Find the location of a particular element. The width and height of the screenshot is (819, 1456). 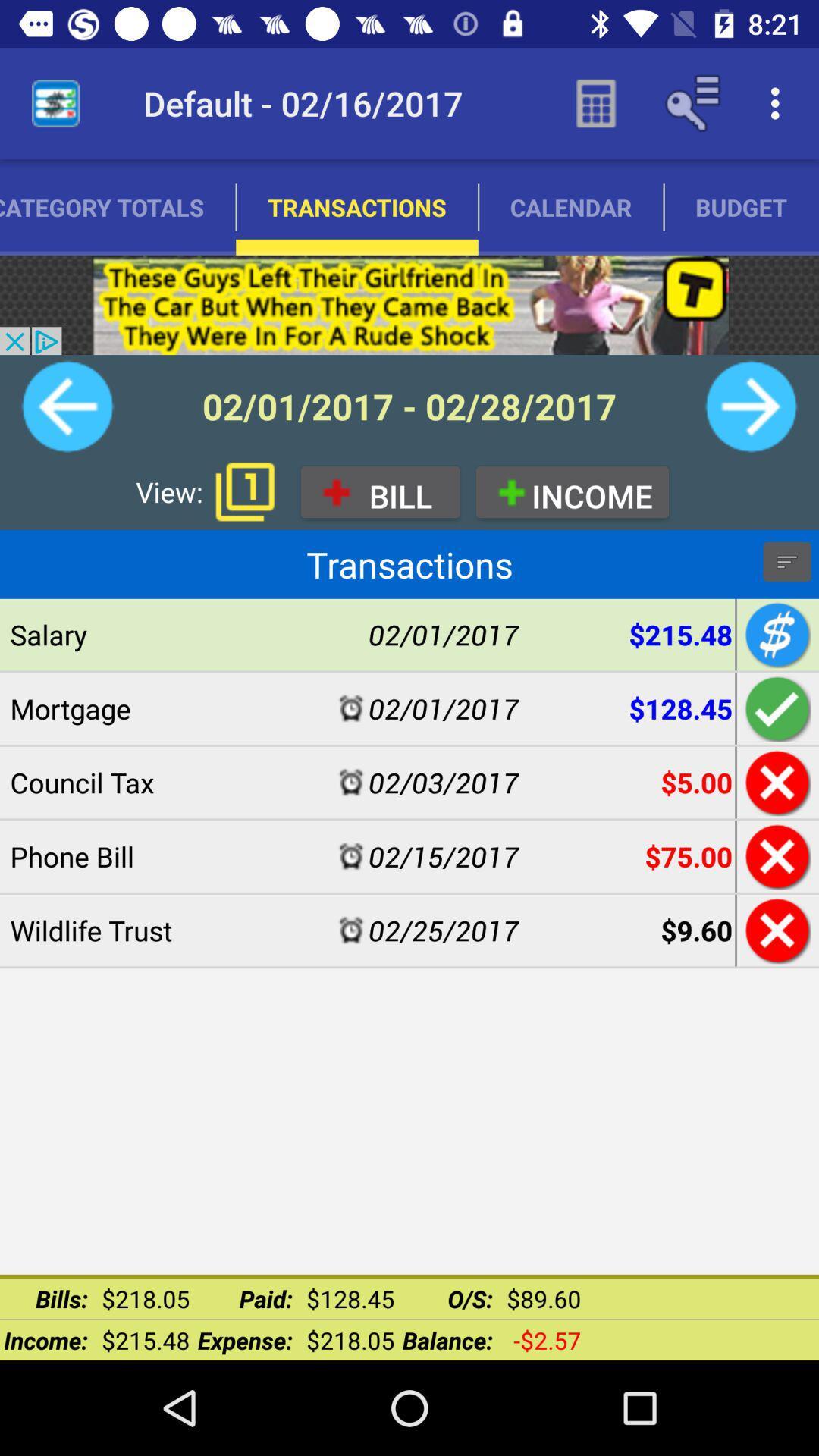

bring up pages is located at coordinates (244, 491).